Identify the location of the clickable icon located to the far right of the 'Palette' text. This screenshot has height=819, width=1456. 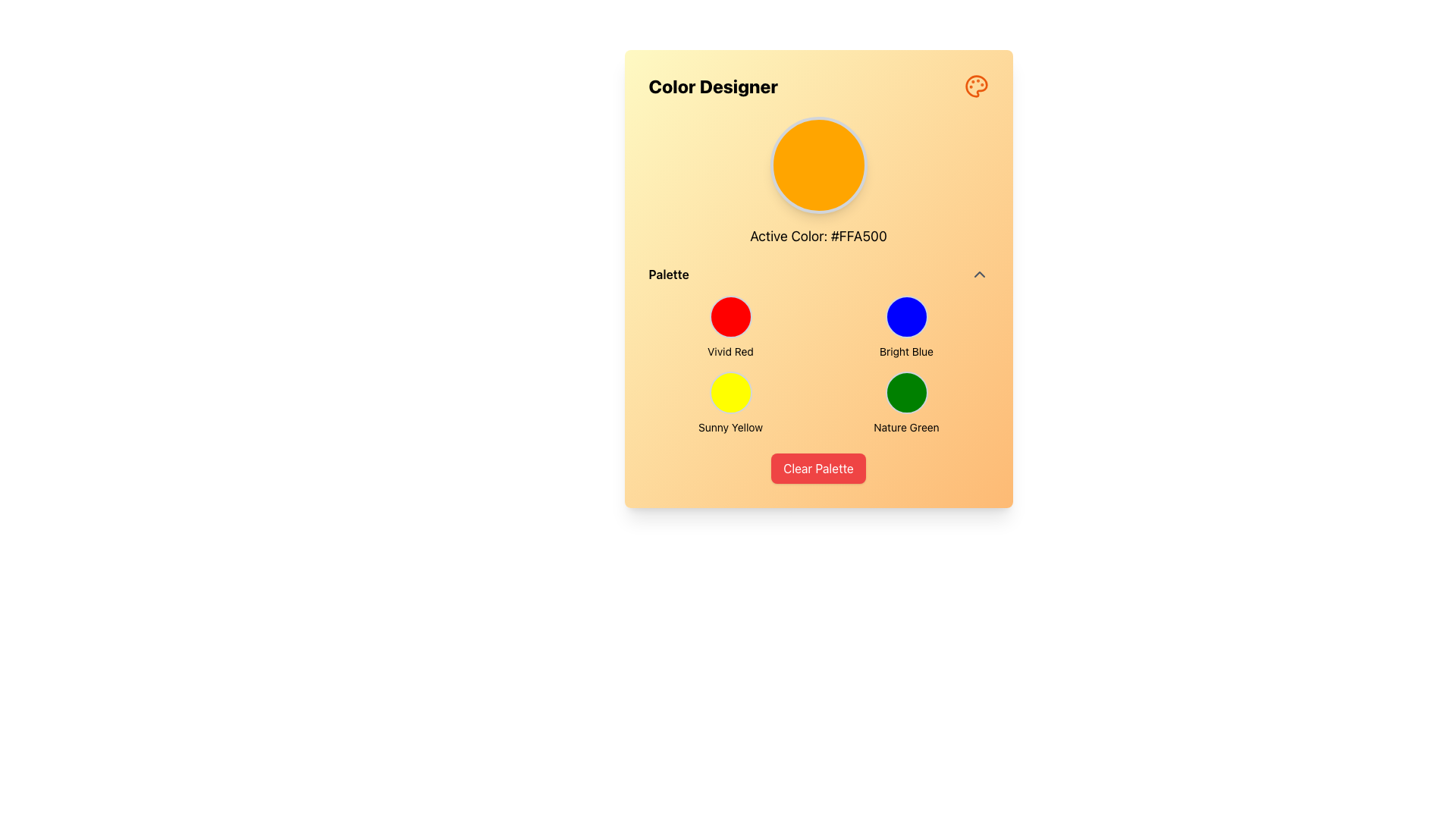
(979, 275).